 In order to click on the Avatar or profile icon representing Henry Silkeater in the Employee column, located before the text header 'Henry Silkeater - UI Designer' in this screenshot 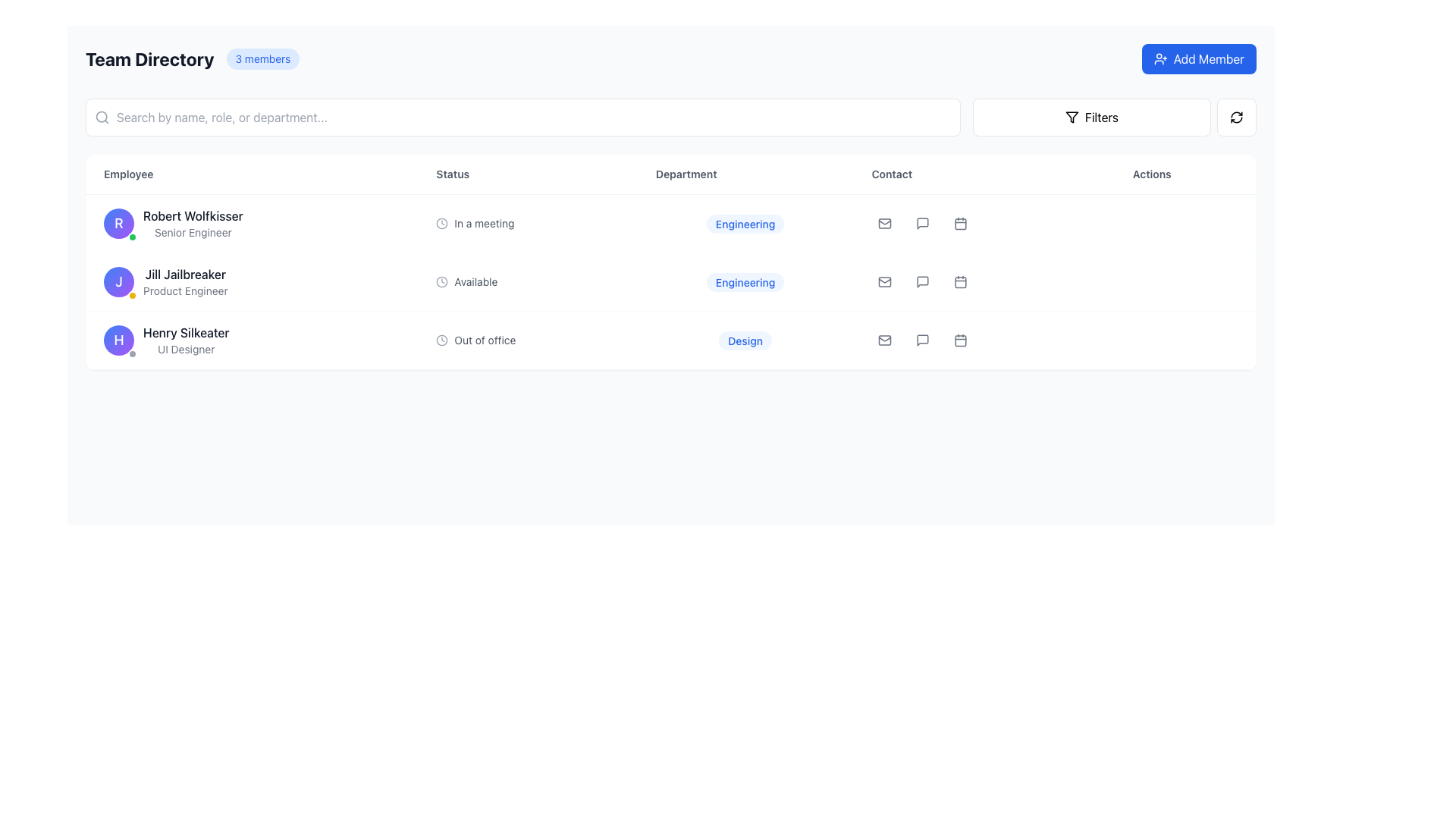, I will do `click(118, 339)`.